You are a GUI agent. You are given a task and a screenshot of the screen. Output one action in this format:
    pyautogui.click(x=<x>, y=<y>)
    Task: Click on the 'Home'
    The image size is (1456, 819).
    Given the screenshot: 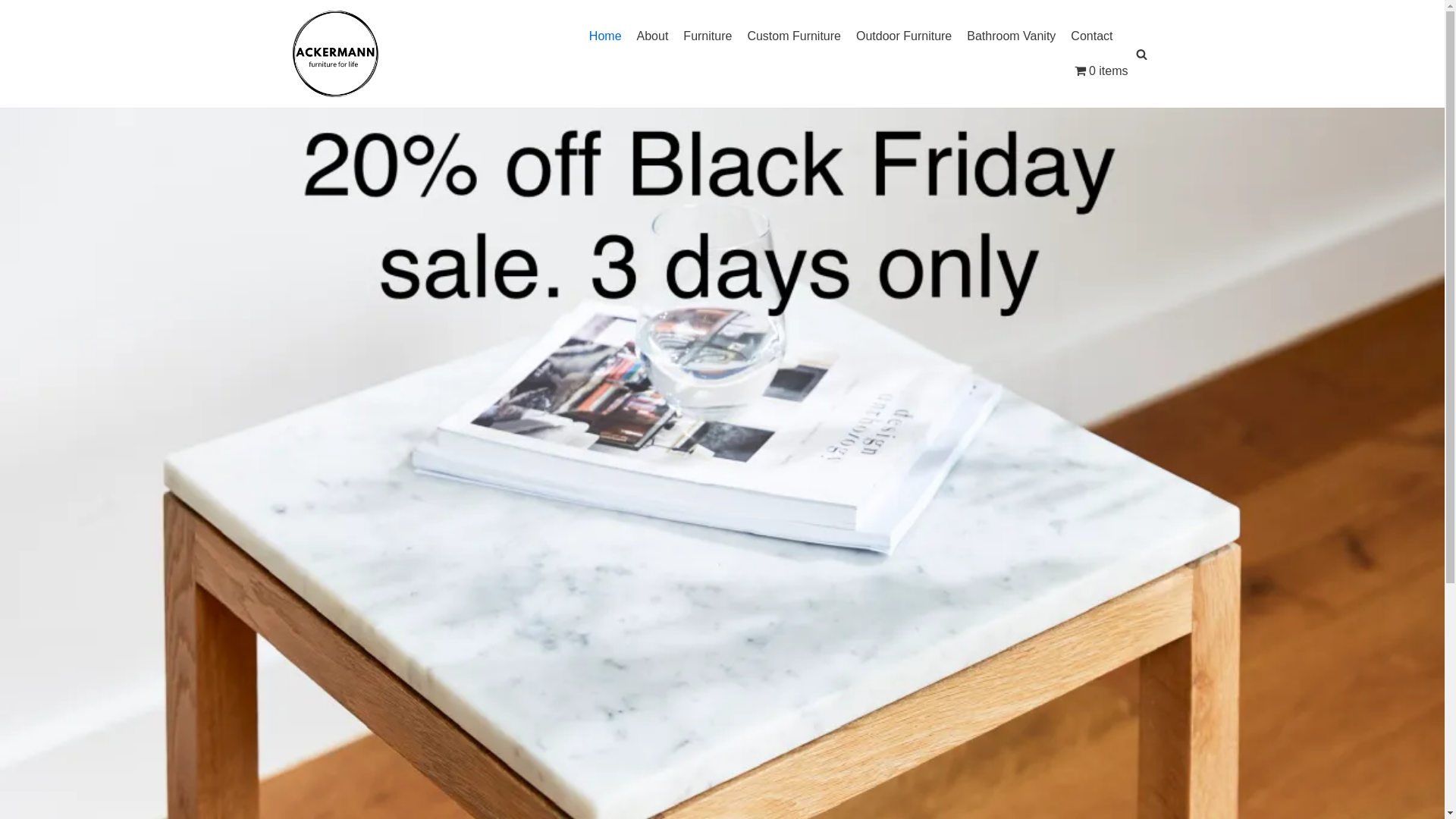 What is the action you would take?
    pyautogui.click(x=604, y=35)
    